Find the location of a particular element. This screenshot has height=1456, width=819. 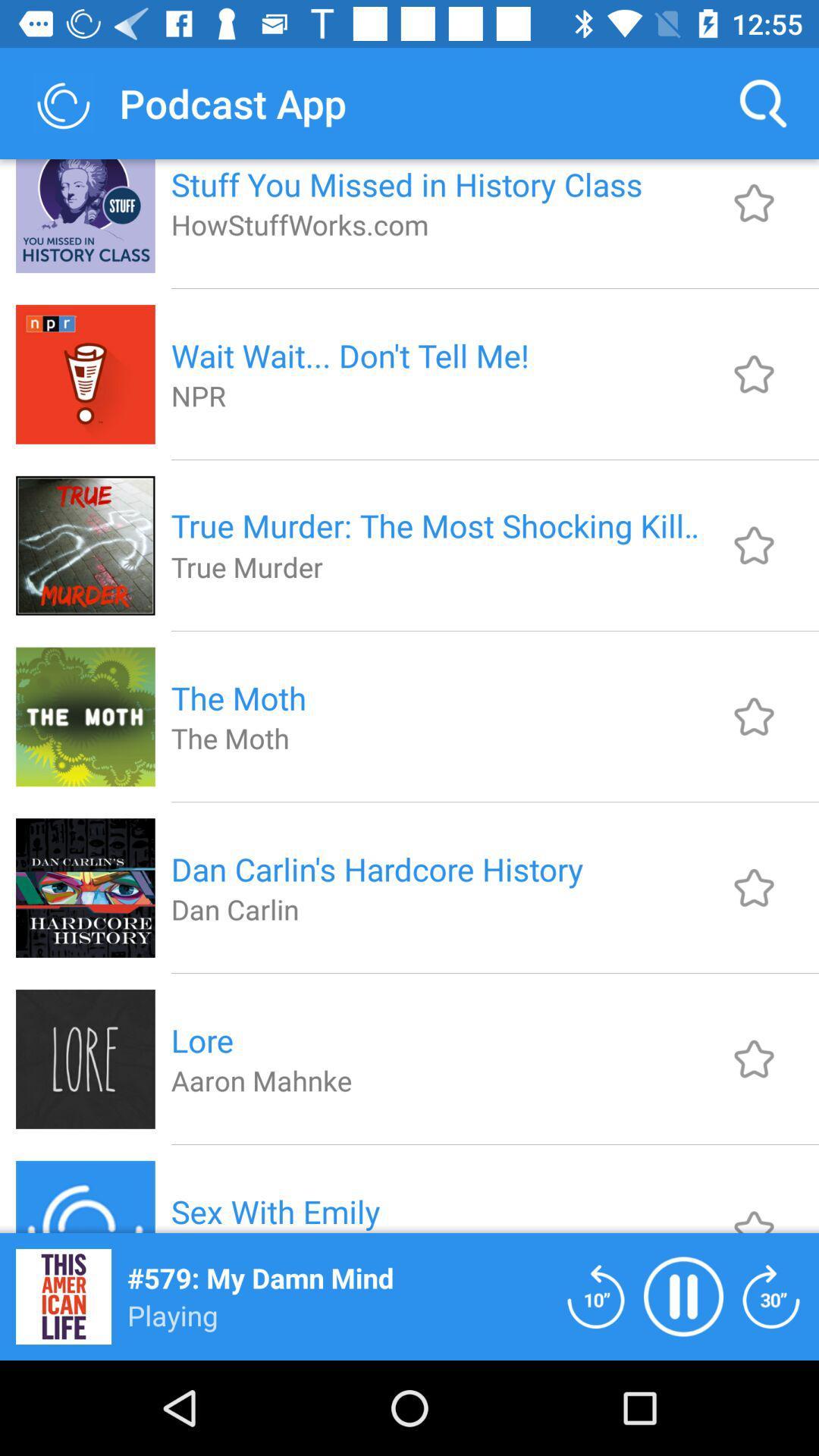

favorite is located at coordinates (754, 716).